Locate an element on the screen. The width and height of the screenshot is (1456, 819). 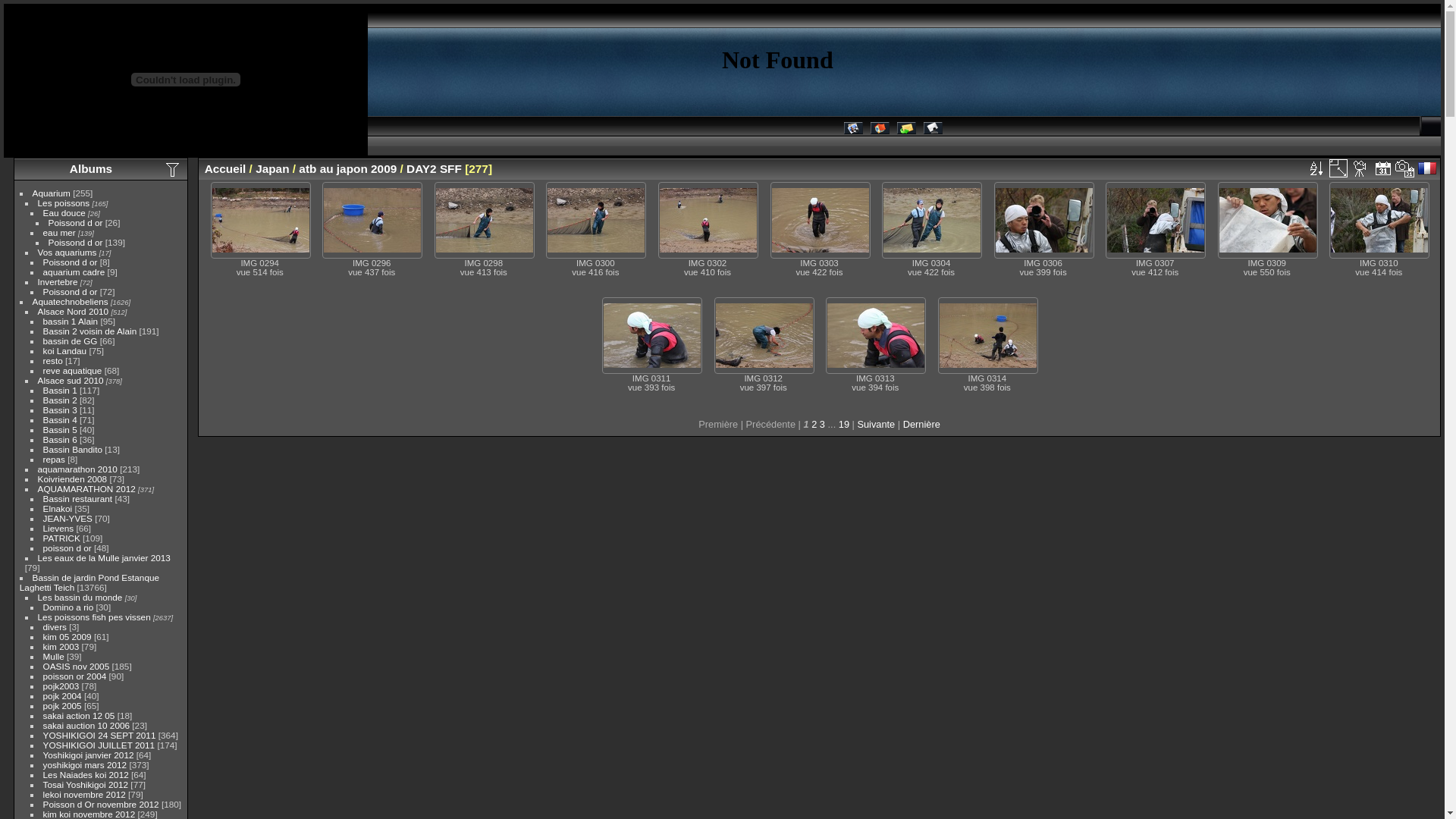
'kim 2003' is located at coordinates (61, 646).